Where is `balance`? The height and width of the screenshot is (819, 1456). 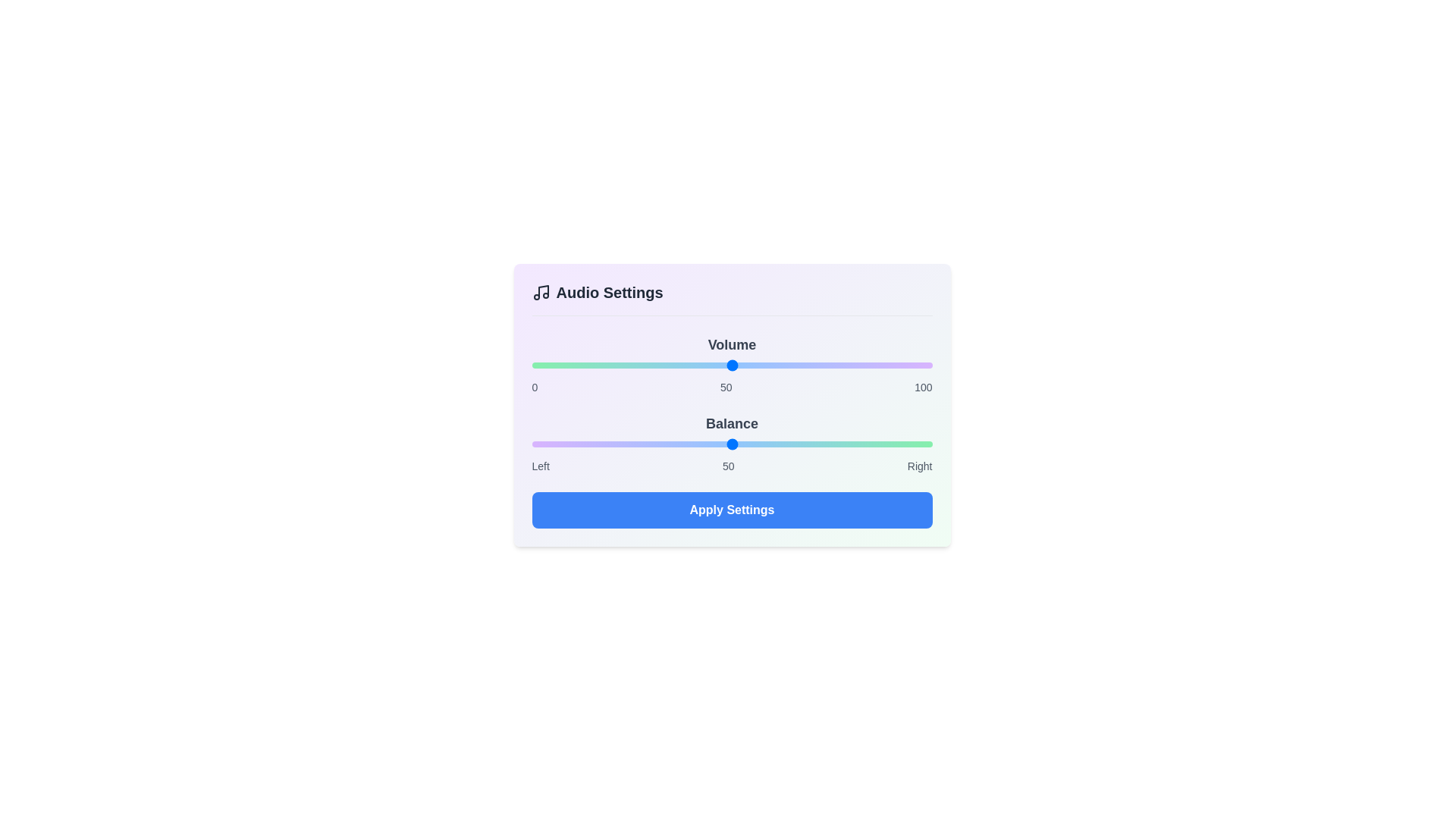 balance is located at coordinates (856, 444).